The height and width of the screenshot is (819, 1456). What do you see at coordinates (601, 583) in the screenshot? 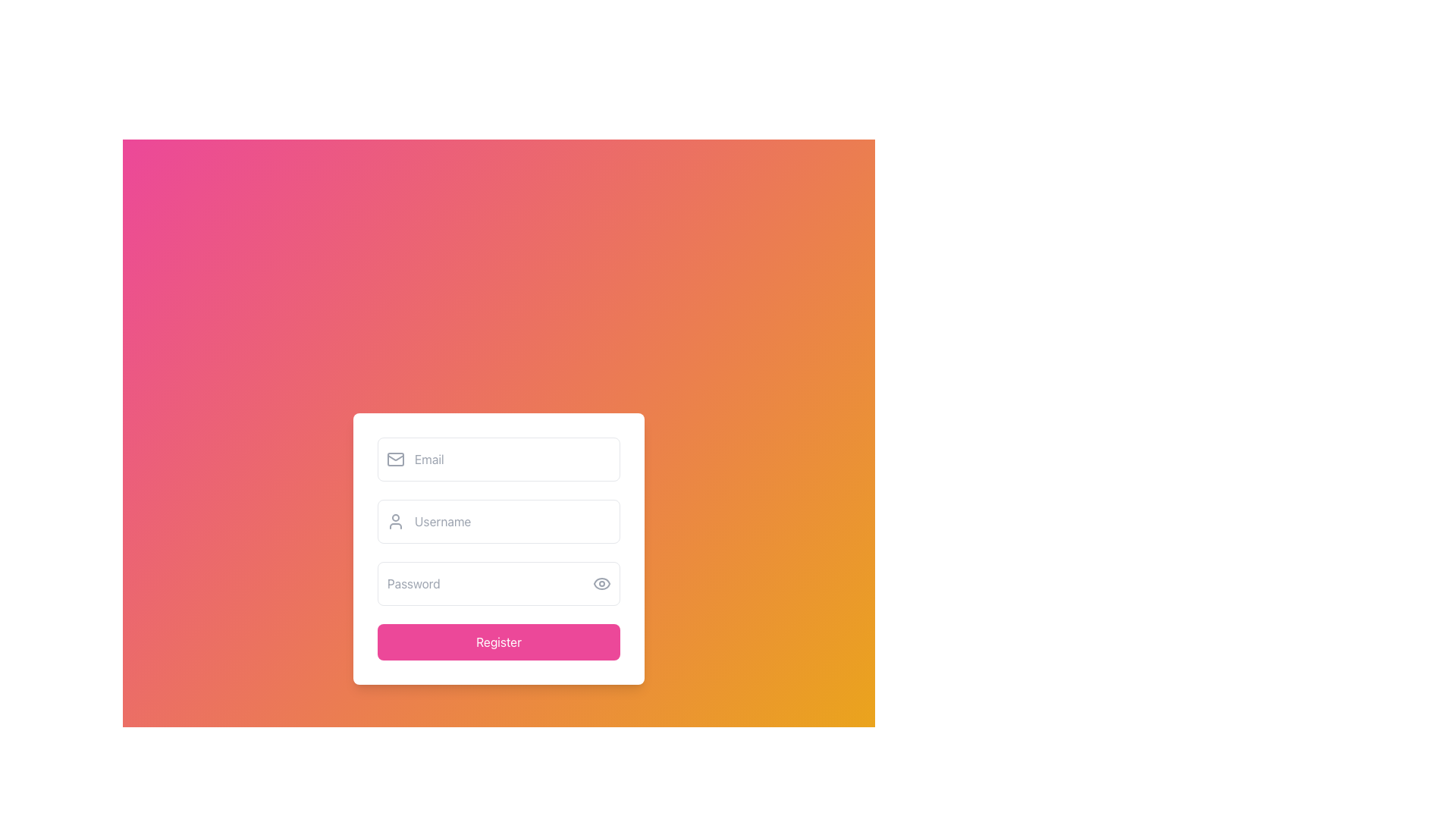
I see `the 'visibility' part of the password visibility toggle icon located at the far-right side of the 'Password' input field` at bounding box center [601, 583].